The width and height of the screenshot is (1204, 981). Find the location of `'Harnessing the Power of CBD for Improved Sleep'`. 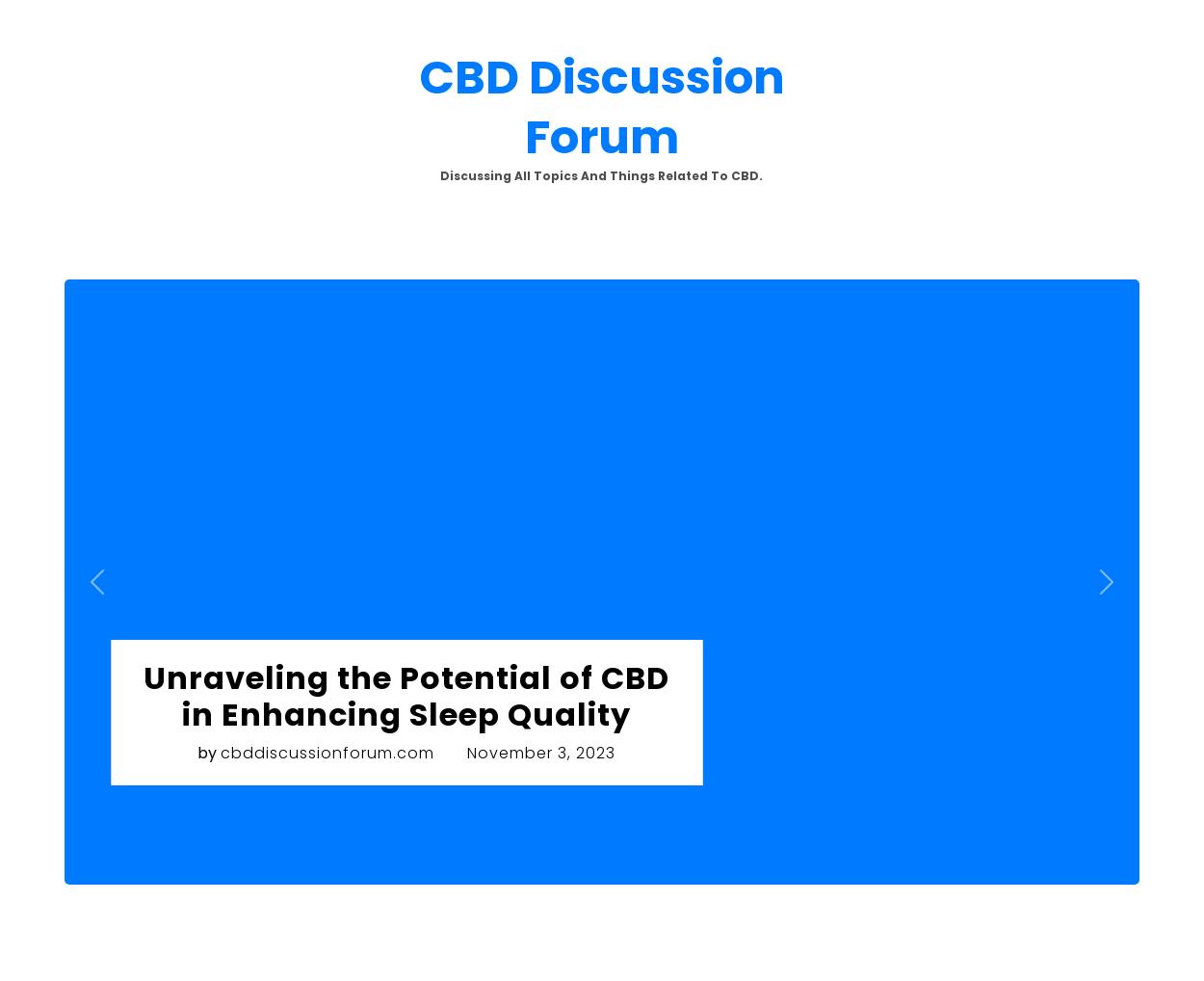

'Harnessing the Power of CBD for Improved Sleep' is located at coordinates (435, 321).